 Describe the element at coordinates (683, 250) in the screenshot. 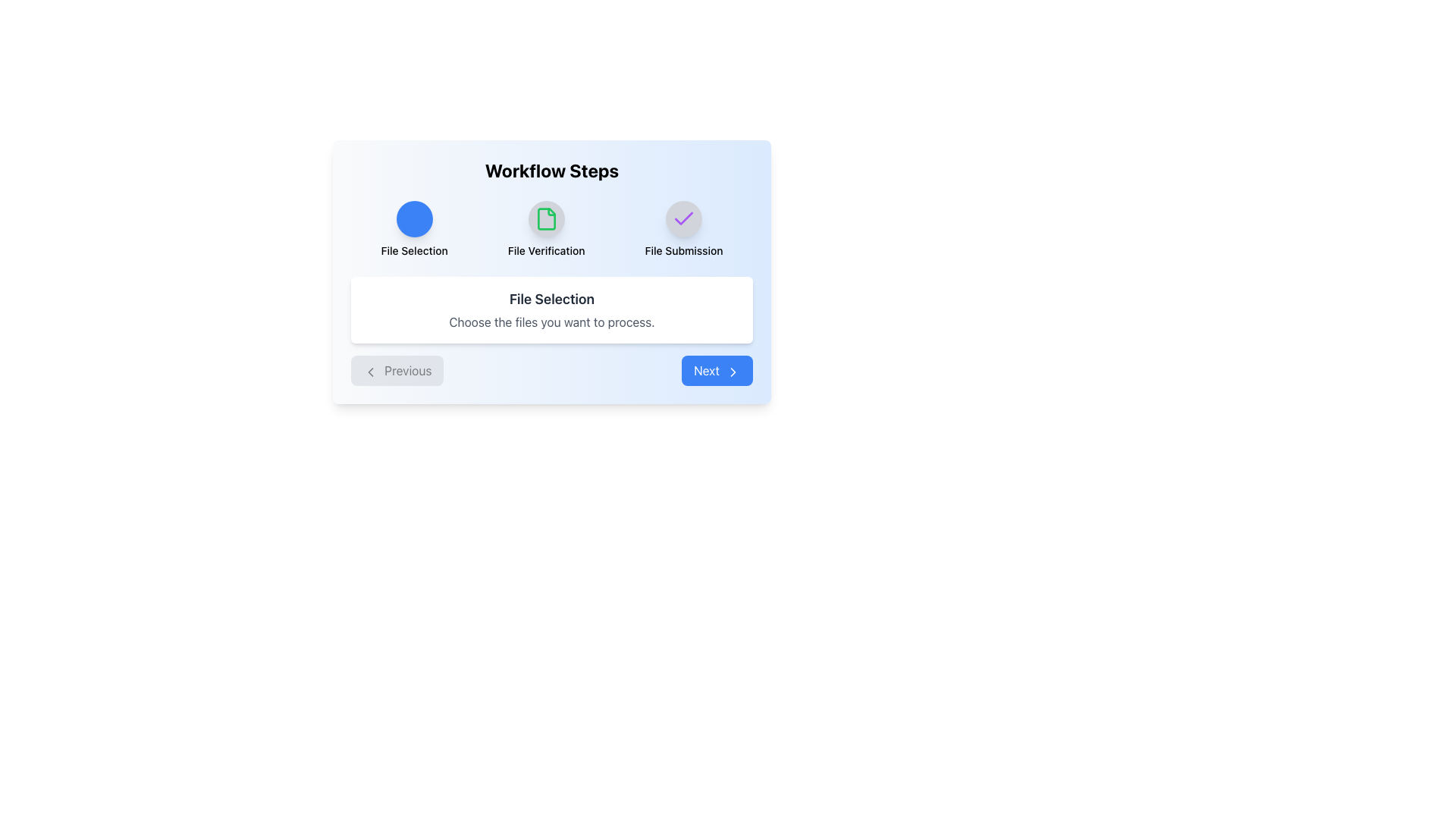

I see `the text label indicating 'File Submission', which is the third stage in the workflow, located centrally below a circular checkmark icon` at that location.